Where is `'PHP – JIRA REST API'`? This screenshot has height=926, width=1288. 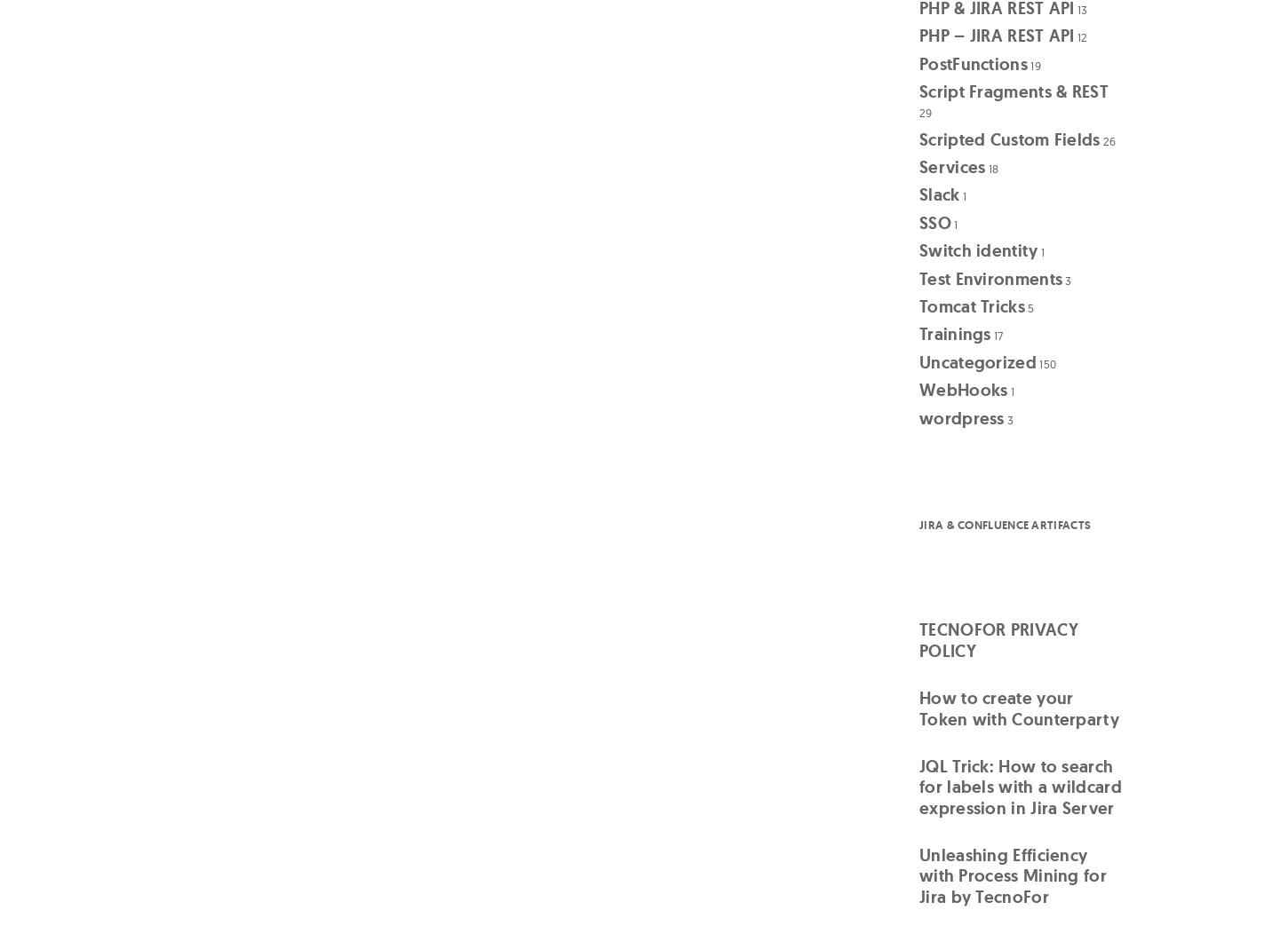 'PHP – JIRA REST API' is located at coordinates (996, 35).